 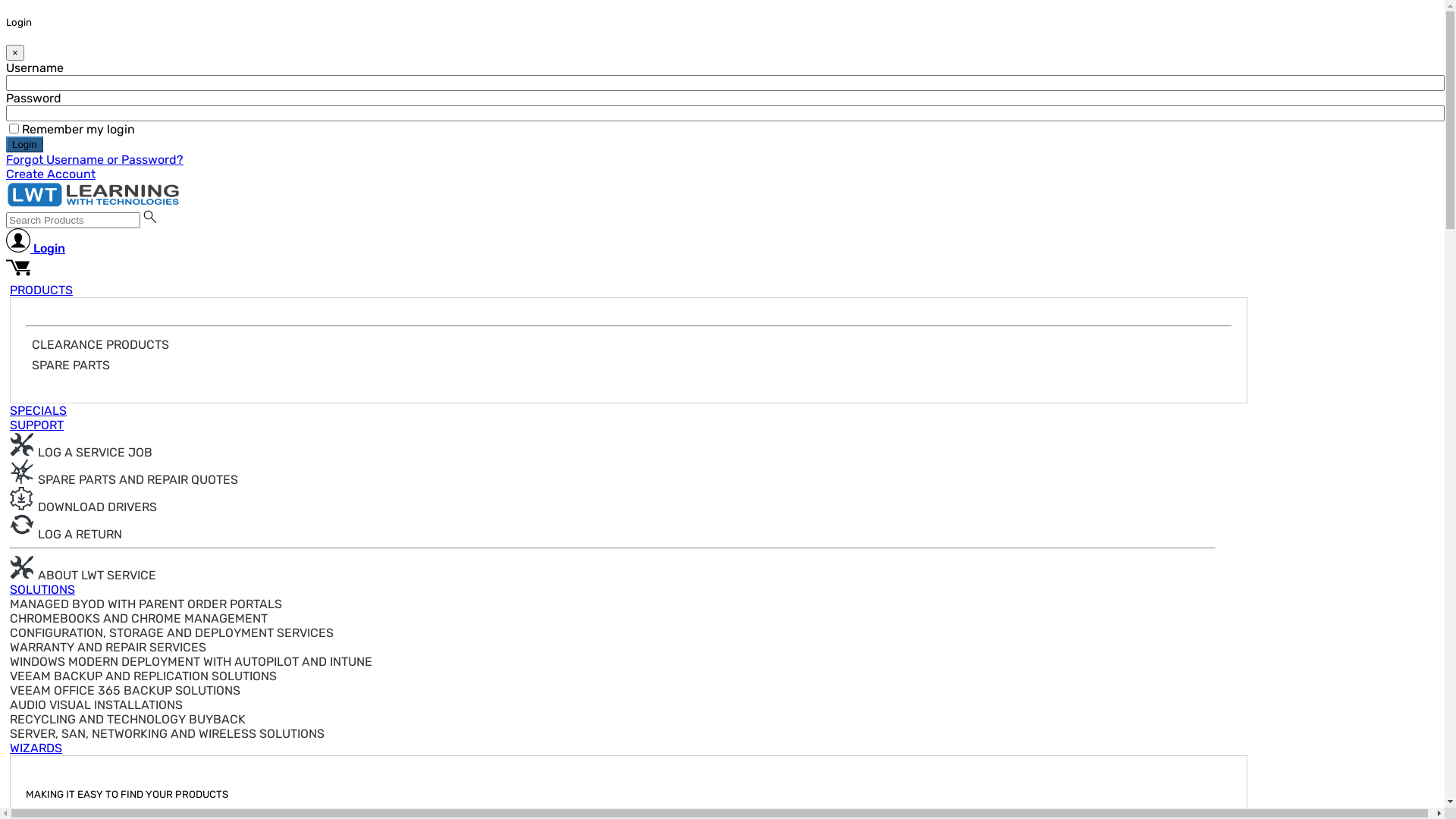 What do you see at coordinates (41, 290) in the screenshot?
I see `'PRODUCTS'` at bounding box center [41, 290].